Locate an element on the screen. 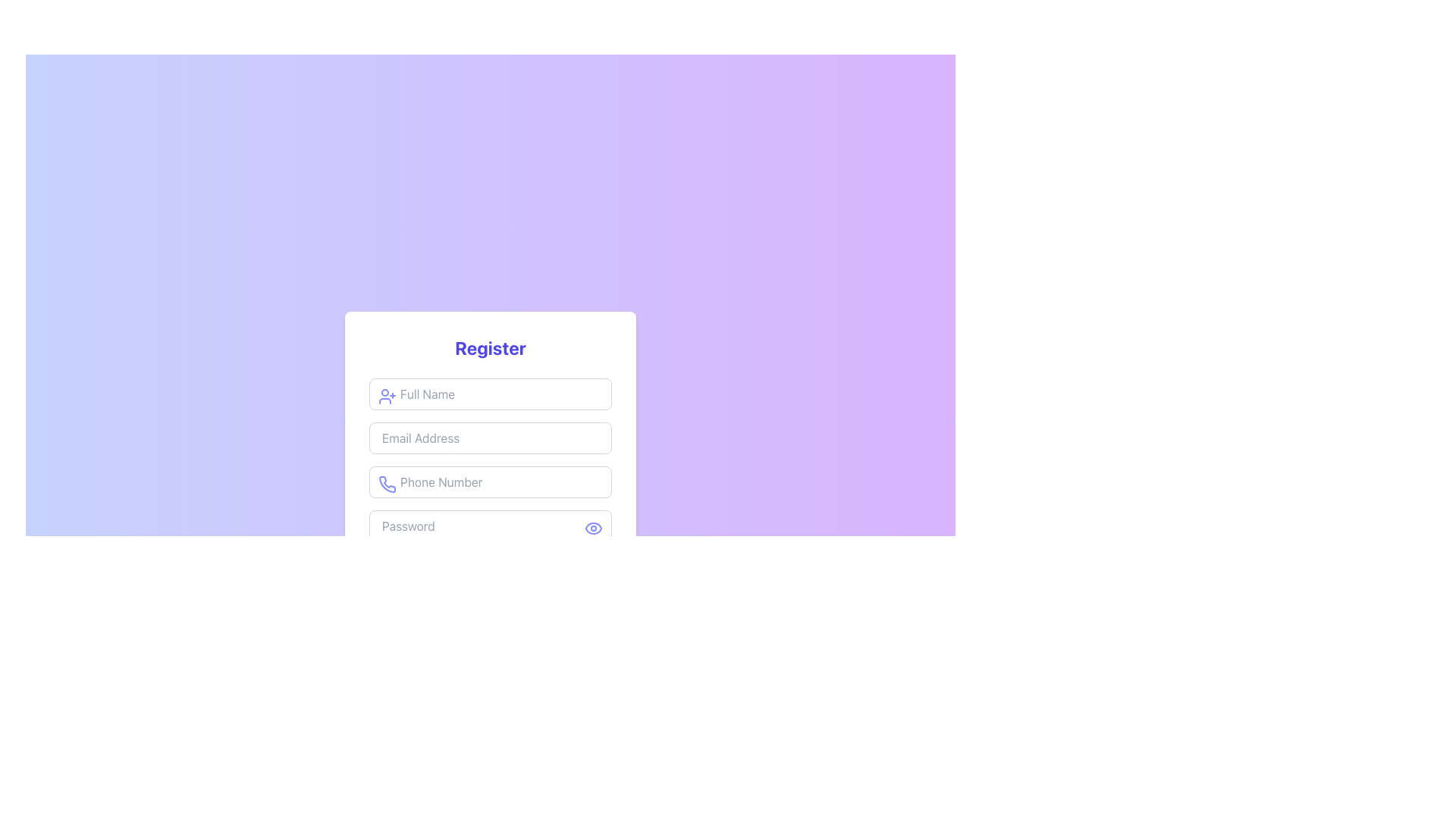 Image resolution: width=1456 pixels, height=819 pixels. the eye icon used for password visibility toggling is located at coordinates (592, 528).